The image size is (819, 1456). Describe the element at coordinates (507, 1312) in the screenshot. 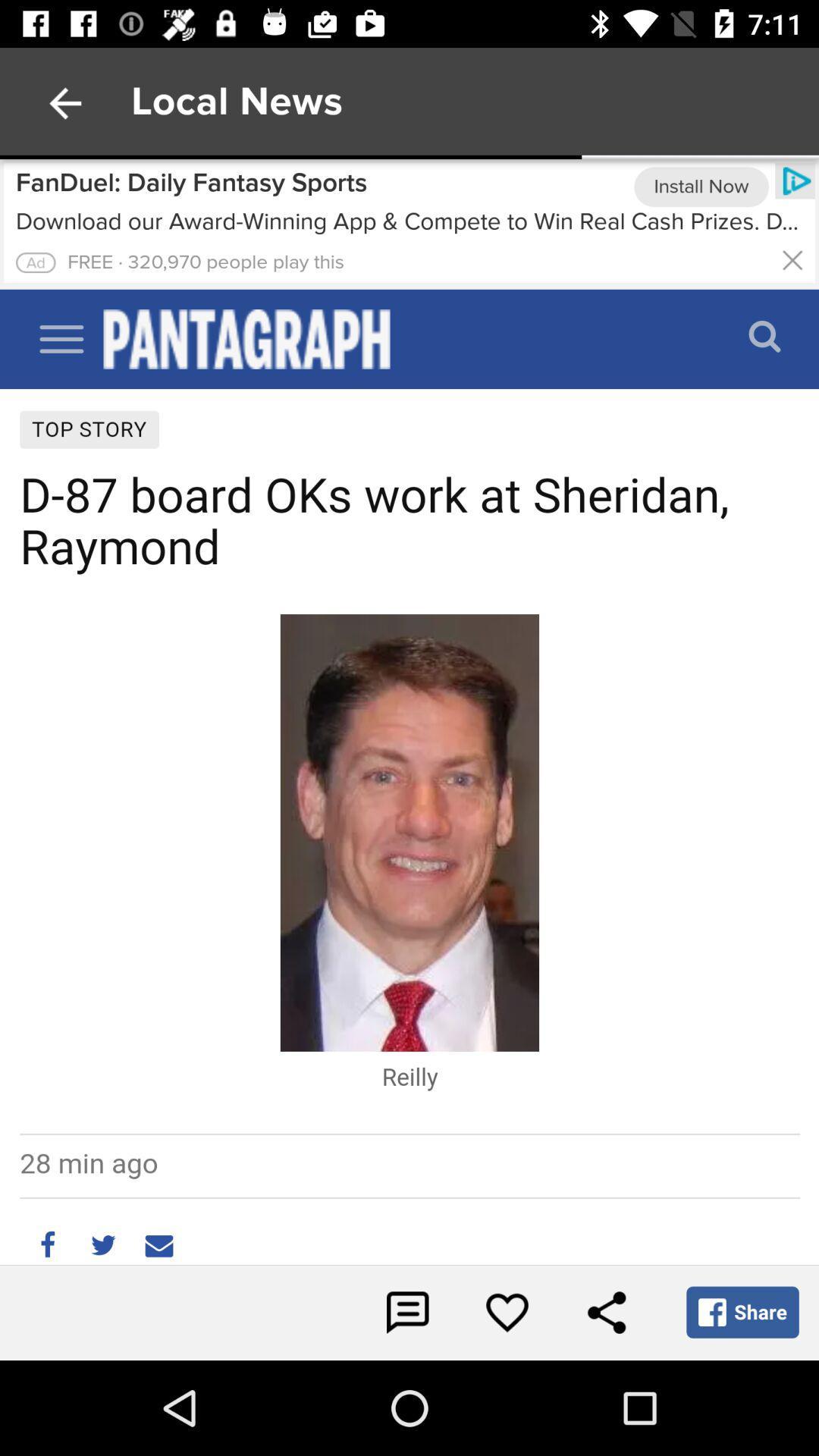

I see `favorites it` at that location.